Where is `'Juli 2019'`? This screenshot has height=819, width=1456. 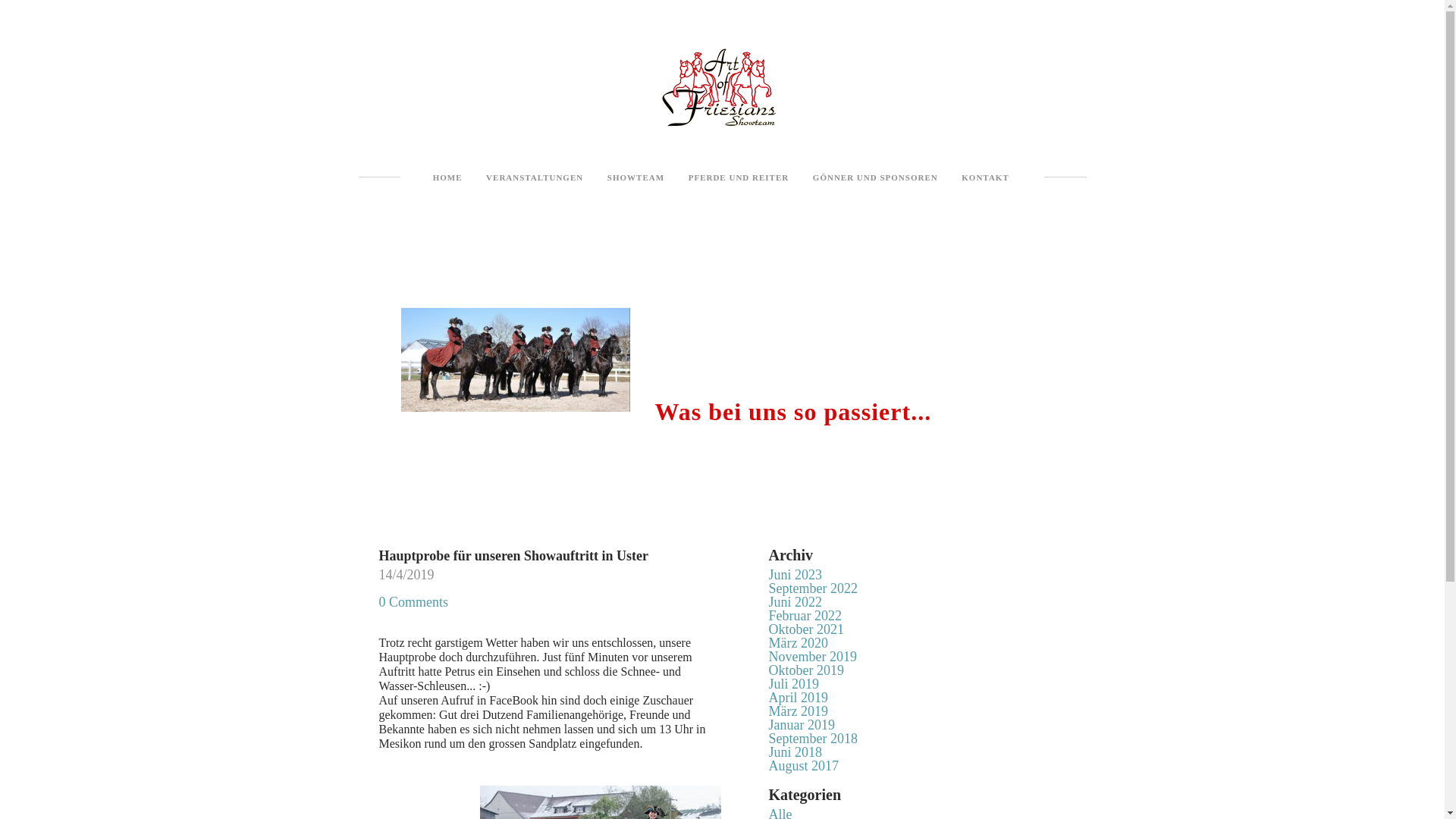 'Juli 2019' is located at coordinates (793, 684).